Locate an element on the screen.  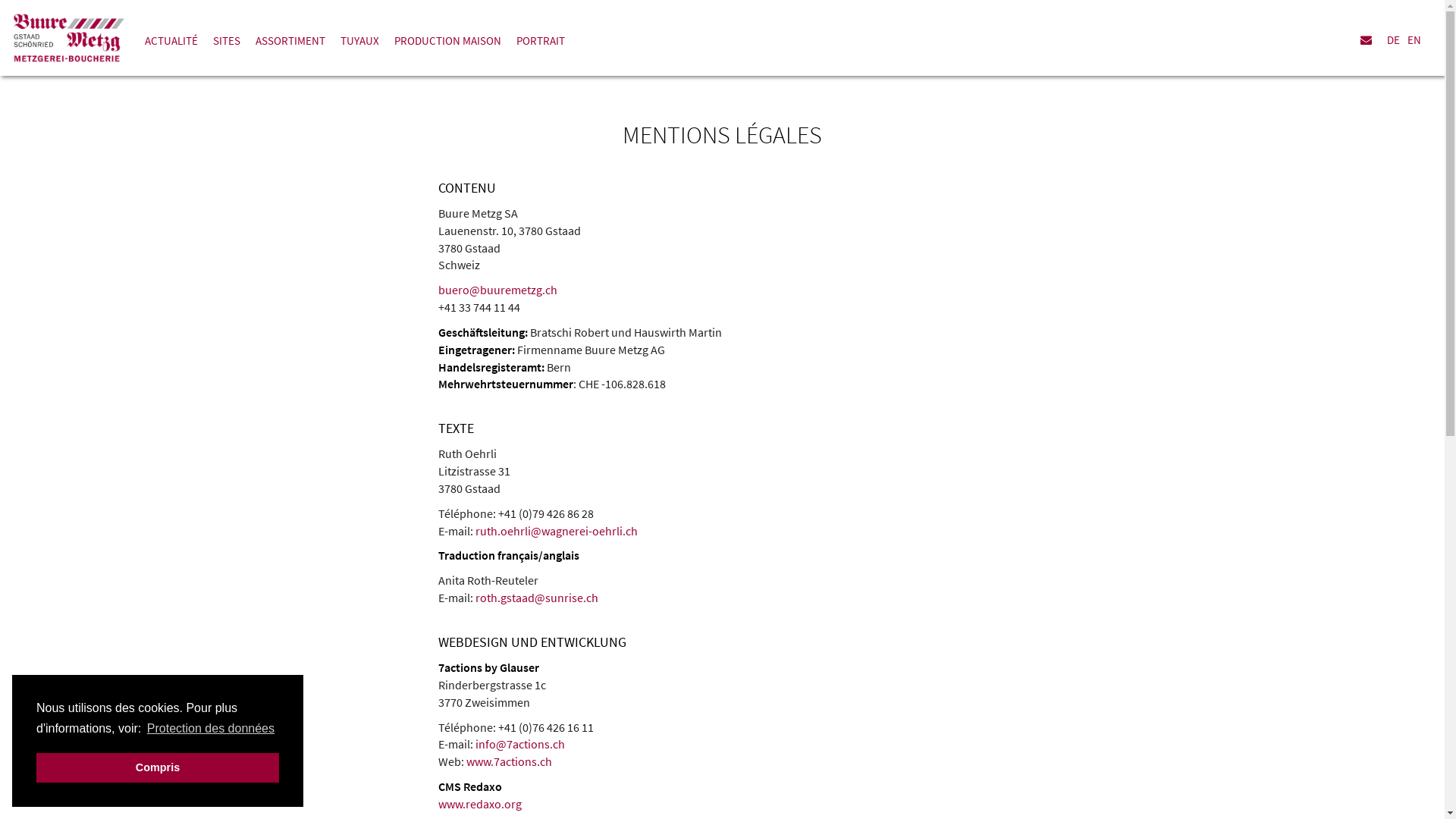
'PRODUCTION MAISON' is located at coordinates (447, 40).